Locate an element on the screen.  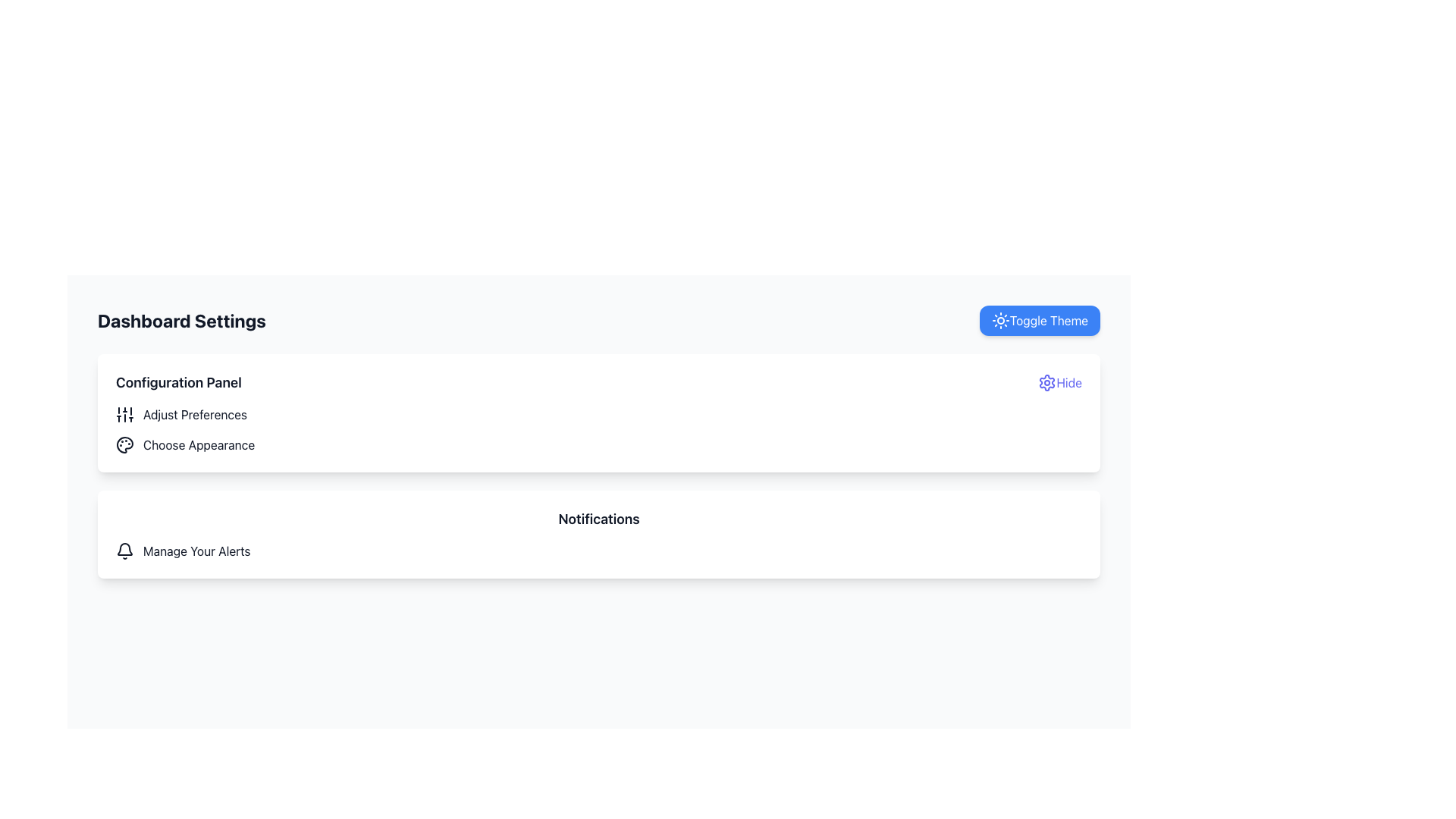
the text label 'Manage Your Alerts' which is aligned horizontally with a bell icon to its left, located in the 'Notifications' section below the 'Configuration Panel.' is located at coordinates (196, 551).